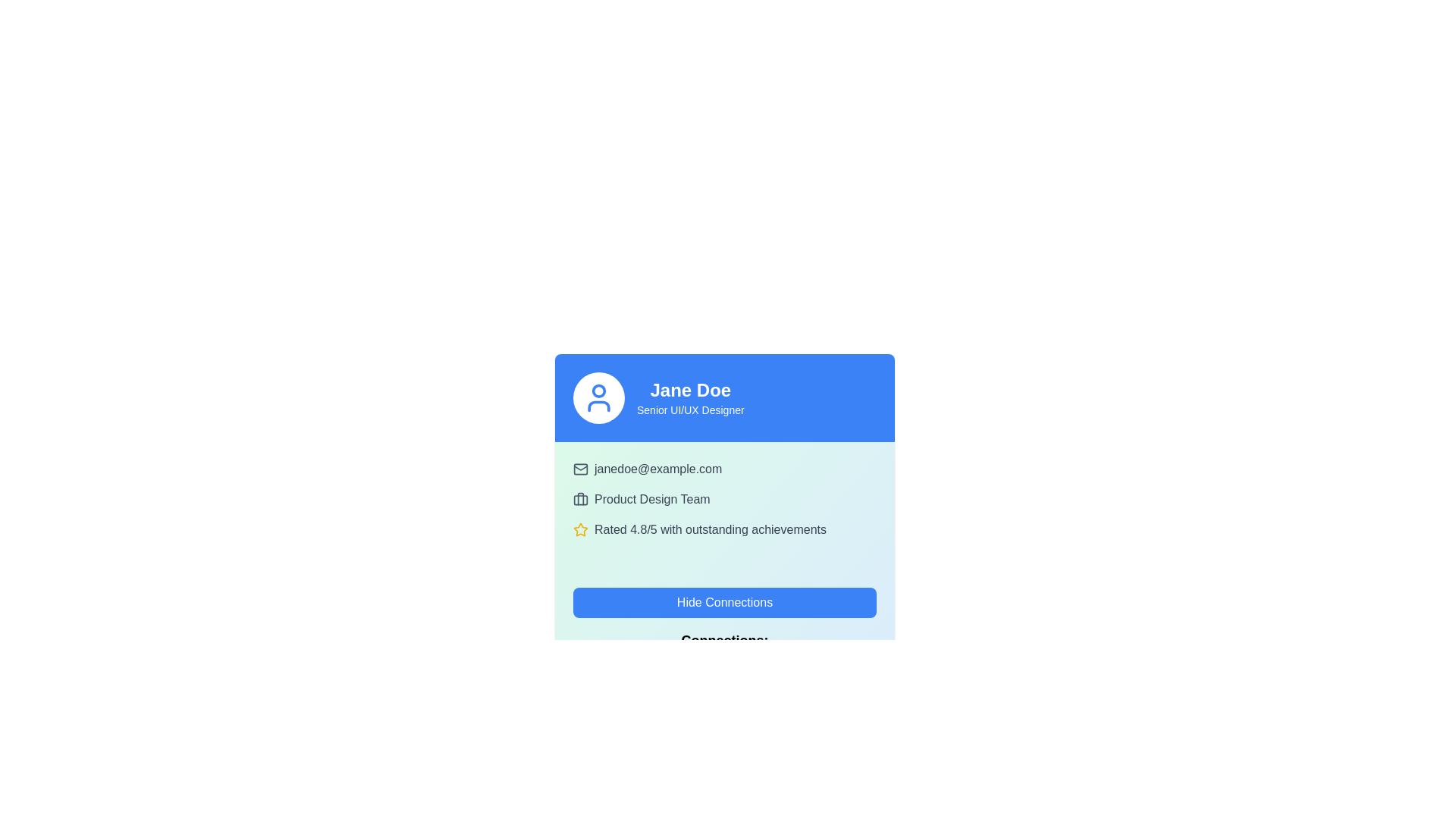  What do you see at coordinates (689, 409) in the screenshot?
I see `the descriptive label positioned immediately below 'Jane Doe', which provides additional information about her role or title` at bounding box center [689, 409].